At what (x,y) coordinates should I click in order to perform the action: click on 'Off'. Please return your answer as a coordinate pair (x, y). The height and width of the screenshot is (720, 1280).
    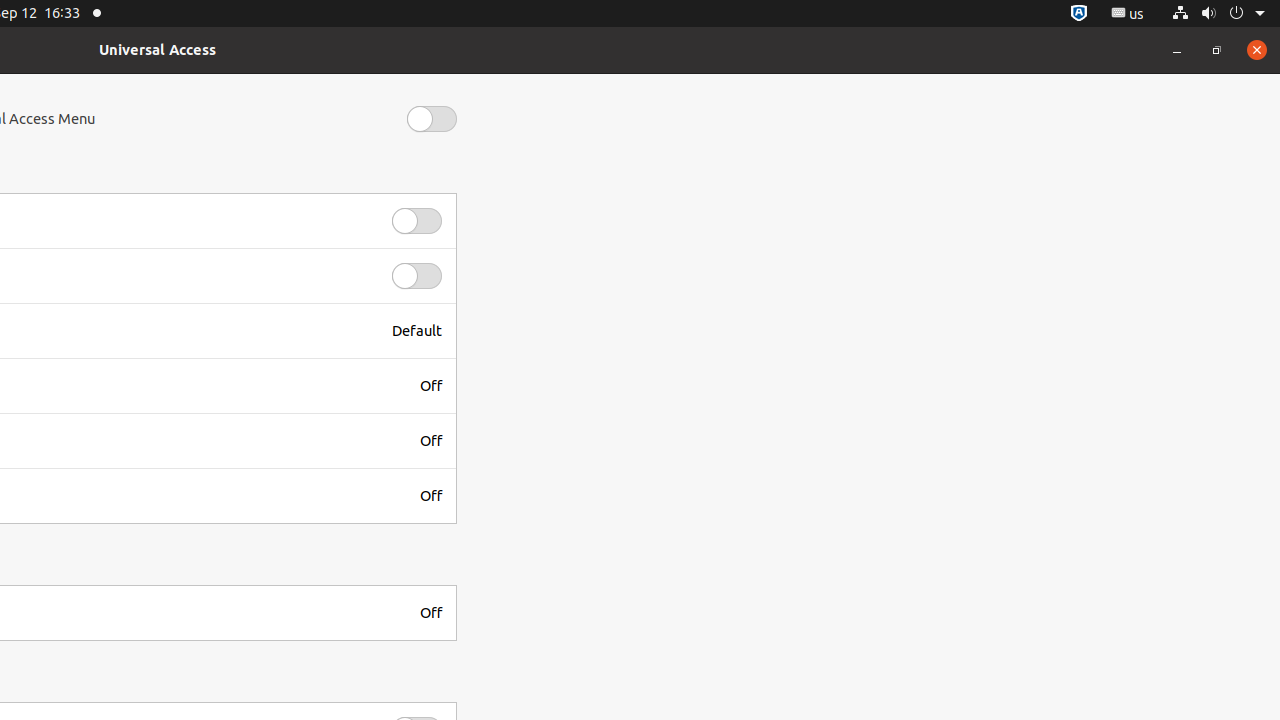
    Looking at the image, I should click on (429, 385).